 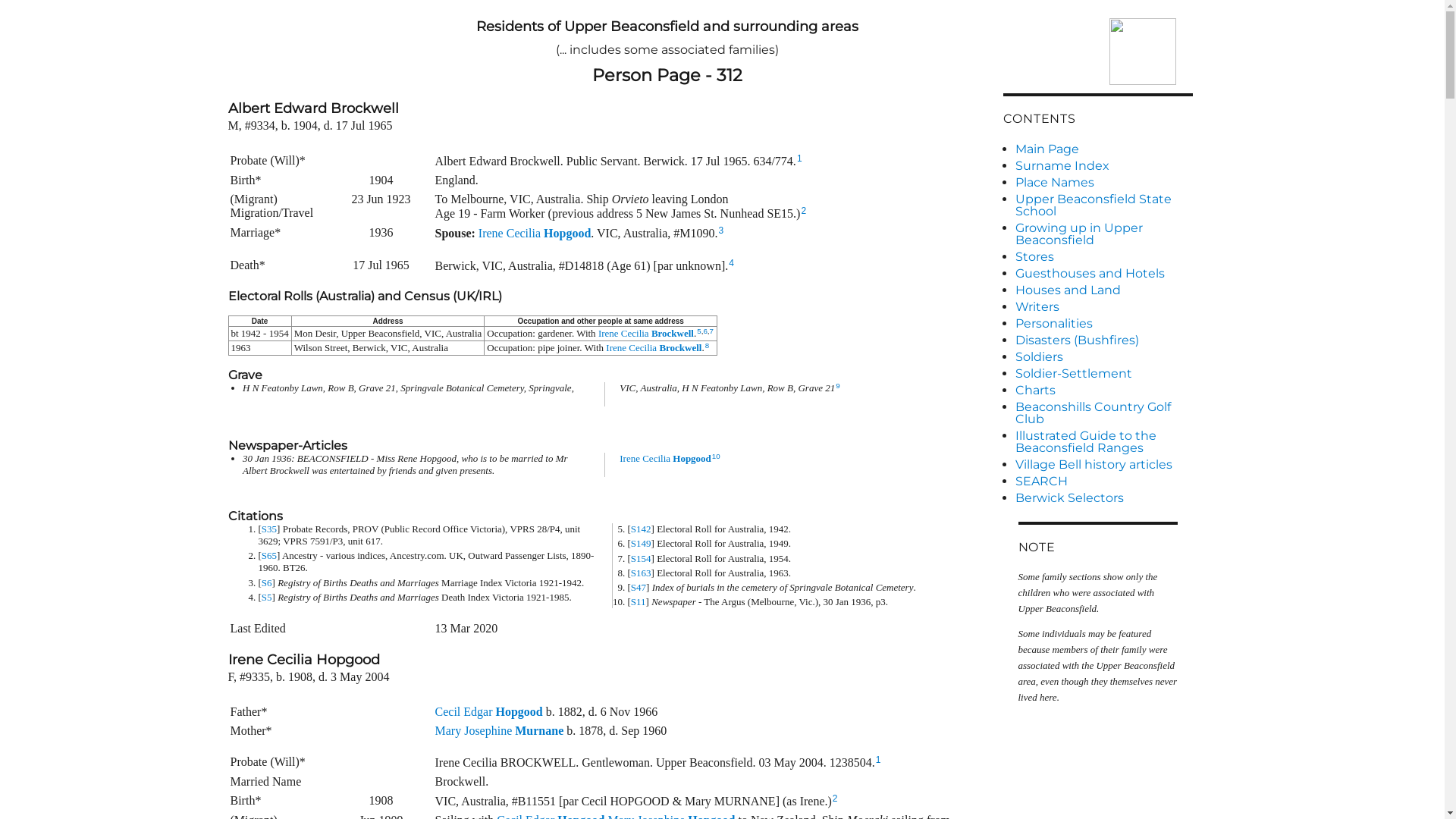 I want to click on 'S149', so click(x=630, y=542).